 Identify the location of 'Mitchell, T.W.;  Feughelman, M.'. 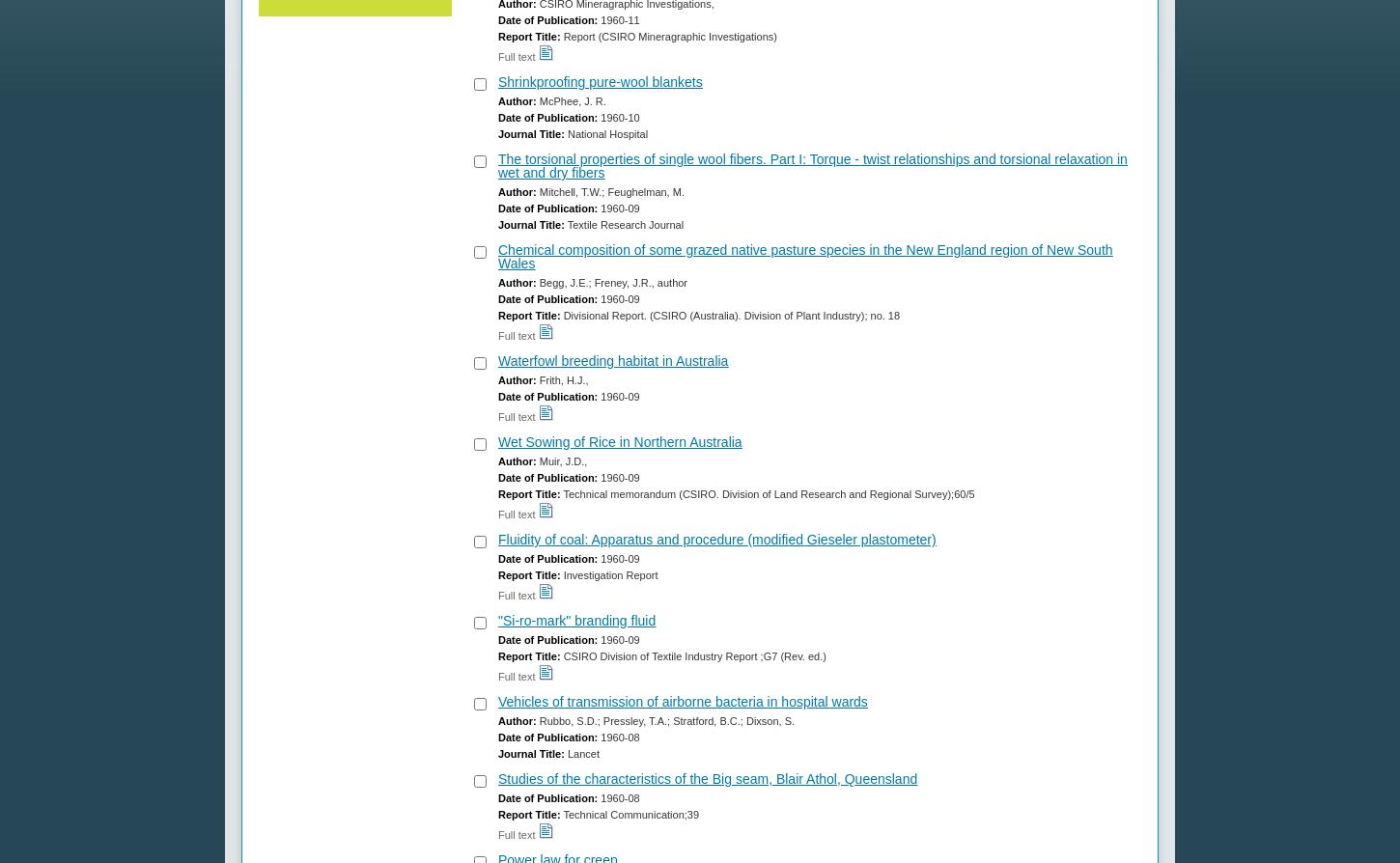
(608, 192).